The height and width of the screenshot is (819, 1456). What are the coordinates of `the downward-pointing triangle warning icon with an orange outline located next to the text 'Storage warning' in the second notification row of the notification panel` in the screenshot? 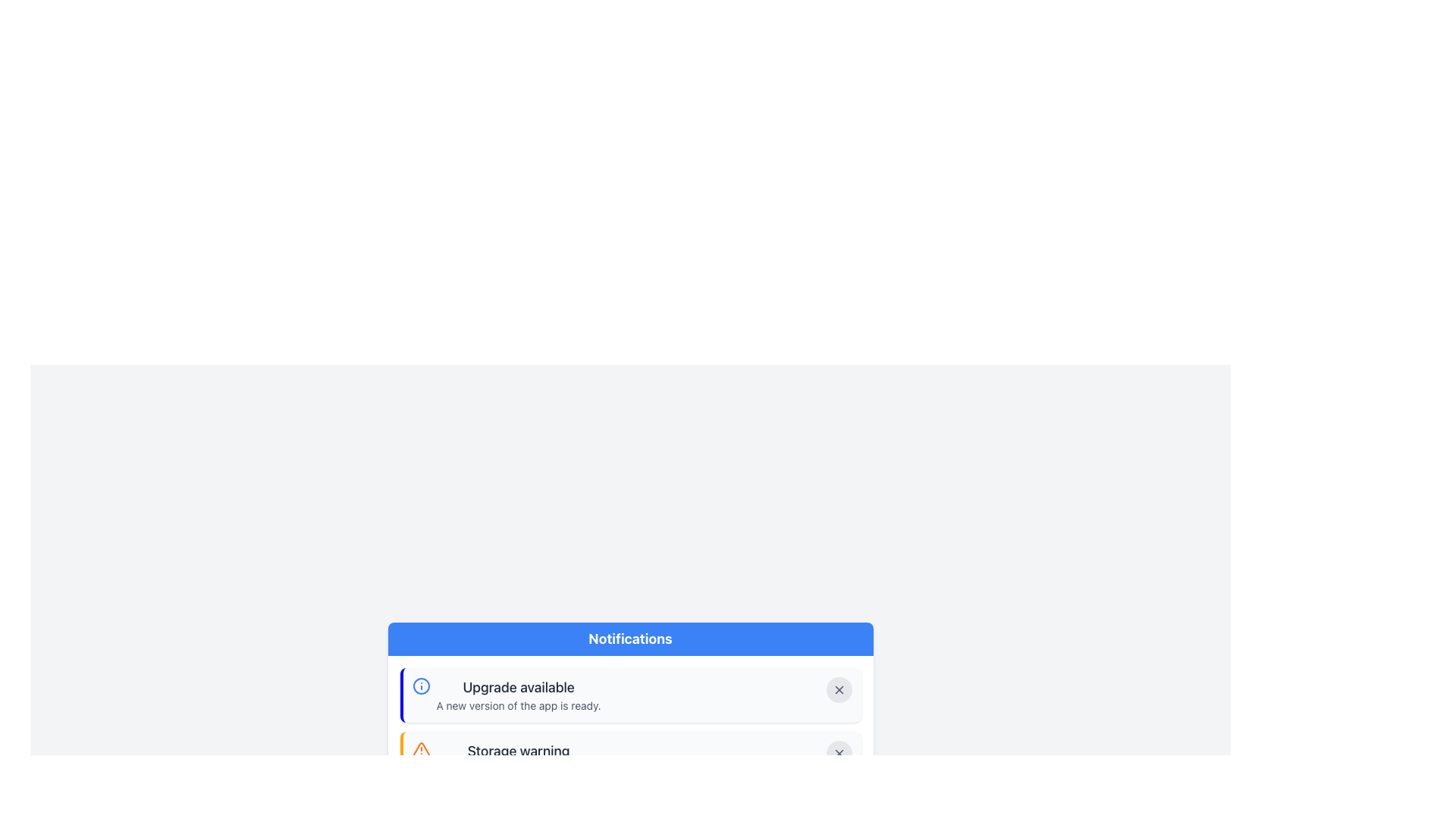 It's located at (421, 748).